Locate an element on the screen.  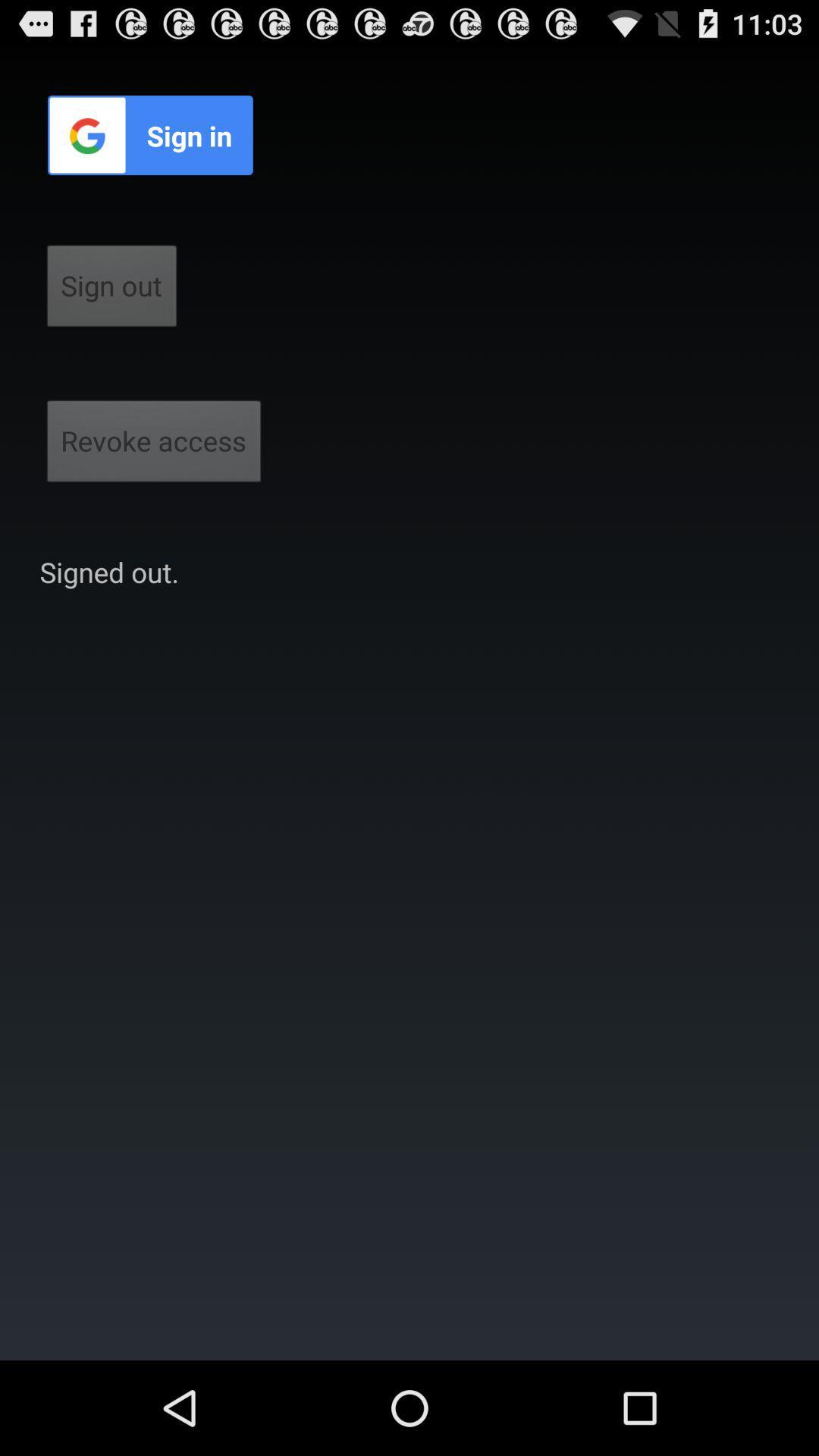
the sign out button is located at coordinates (111, 290).